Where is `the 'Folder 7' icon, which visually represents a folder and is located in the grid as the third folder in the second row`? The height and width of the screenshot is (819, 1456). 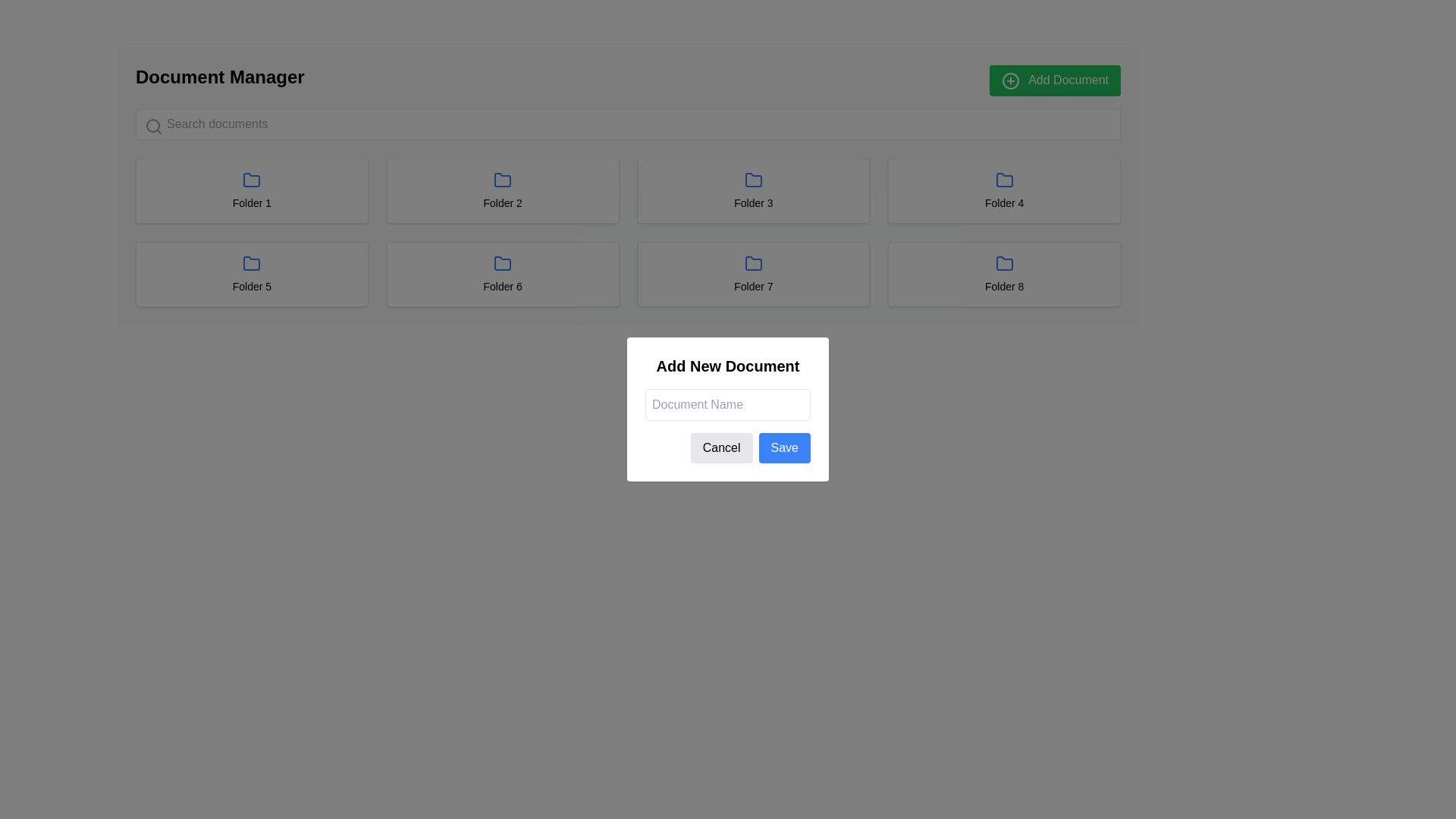
the 'Folder 7' icon, which visually represents a folder and is located in the grid as the third folder in the second row is located at coordinates (753, 262).